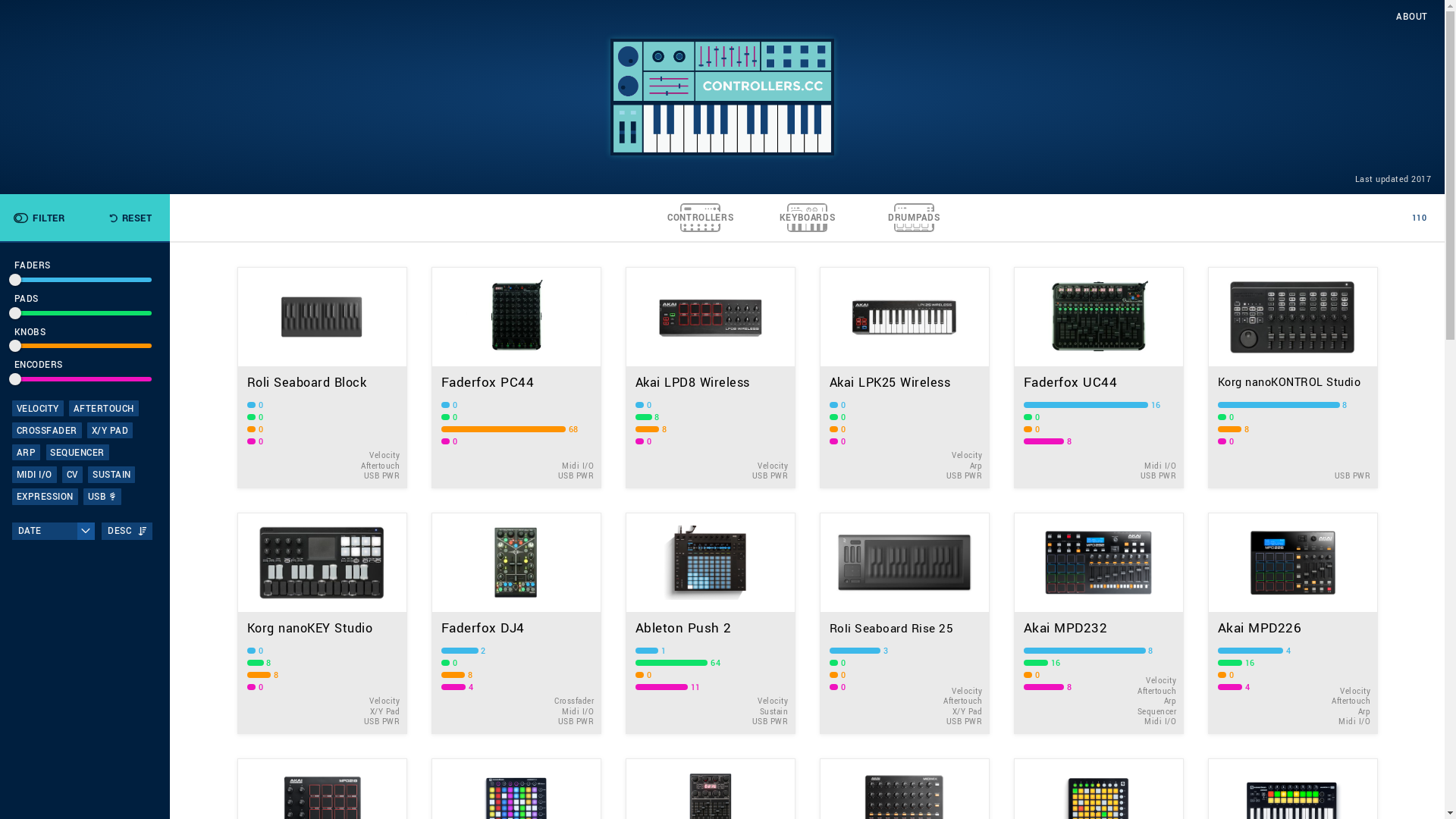 The height and width of the screenshot is (819, 1456). Describe the element at coordinates (320, 623) in the screenshot. I see `'Korg nanoKEY Studio` at that location.